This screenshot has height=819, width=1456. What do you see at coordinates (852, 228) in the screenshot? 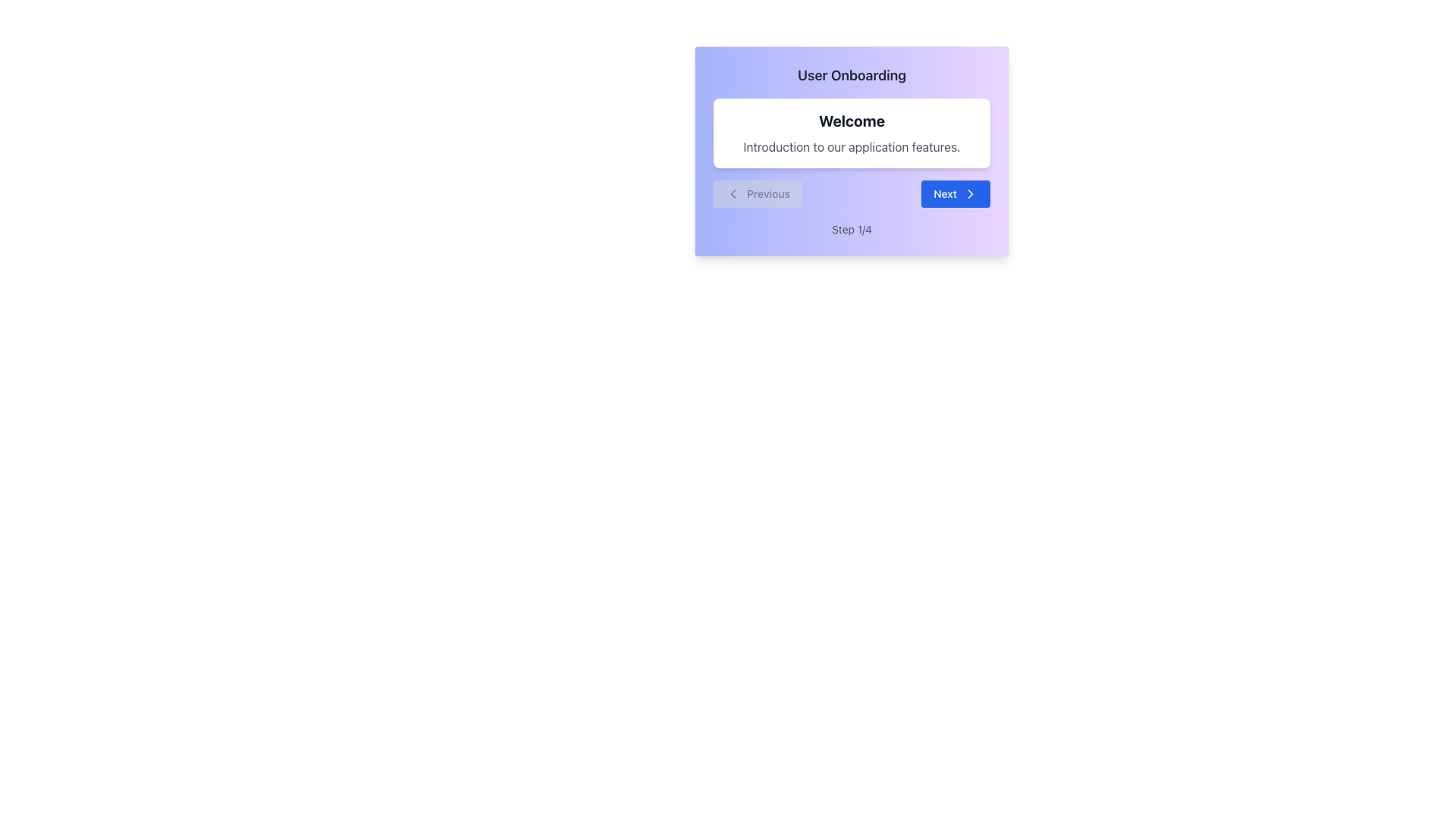
I see `text content of the Text Label displaying 'Step 1/4', which is located at the bottom of the 'User Onboarding' panel, below the 'Previous' and 'Next' navigation controls` at bounding box center [852, 228].